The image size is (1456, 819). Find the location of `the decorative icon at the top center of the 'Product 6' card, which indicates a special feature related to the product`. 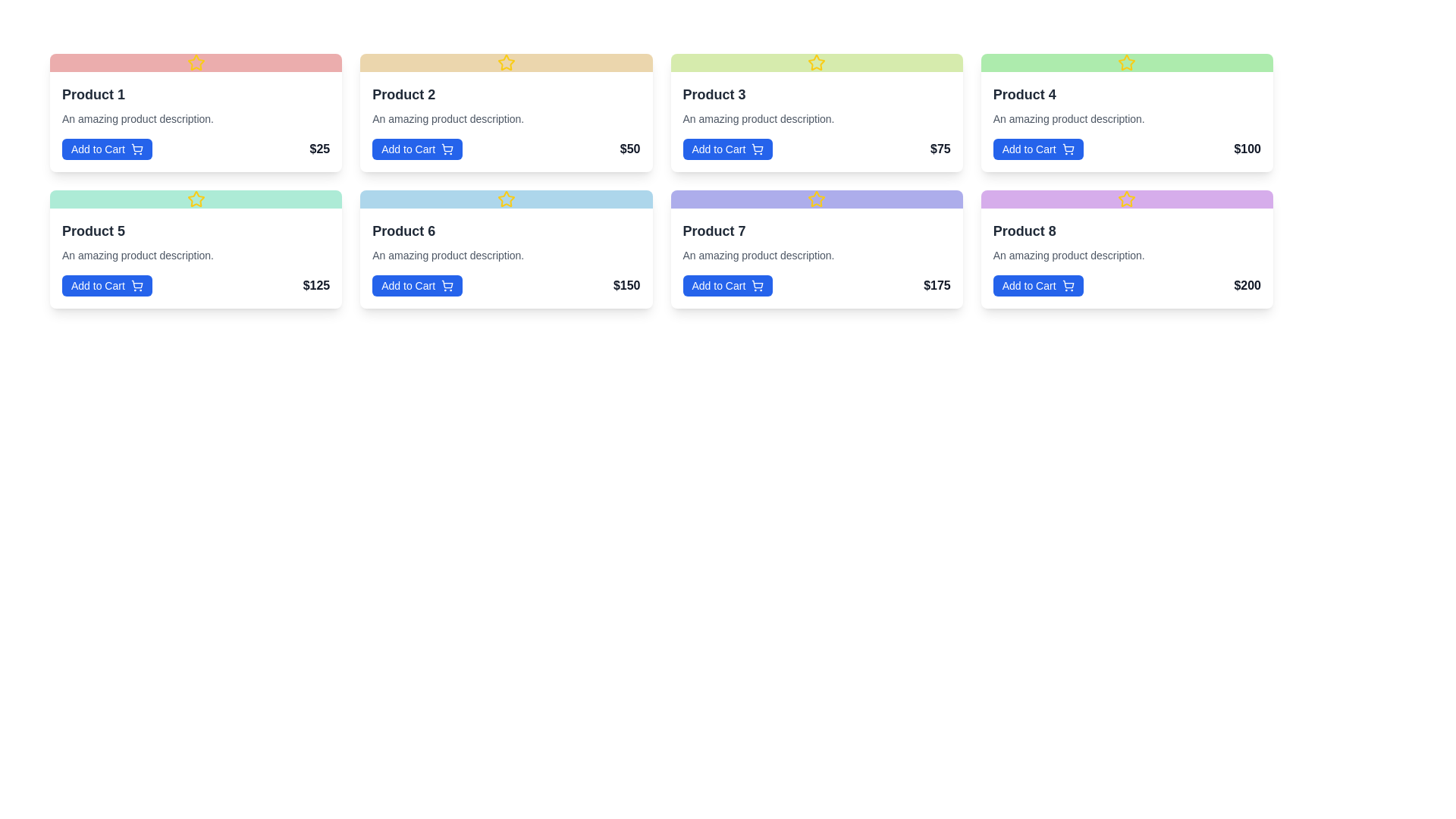

the decorative icon at the top center of the 'Product 6' card, which indicates a special feature related to the product is located at coordinates (506, 198).